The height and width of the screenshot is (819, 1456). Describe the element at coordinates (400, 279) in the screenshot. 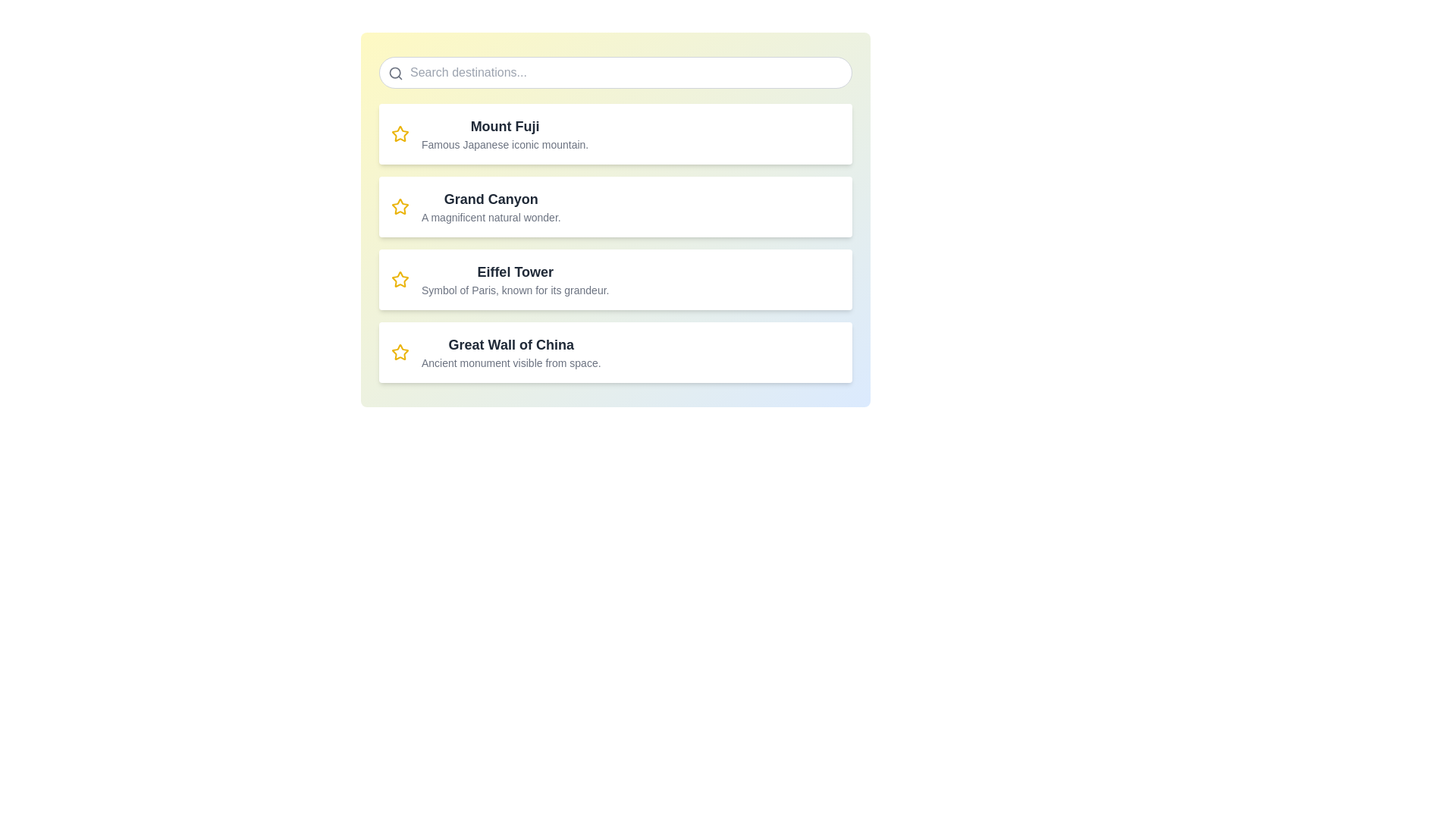

I see `on the hollow golden yellow star-shaped toggle icon next` at that location.